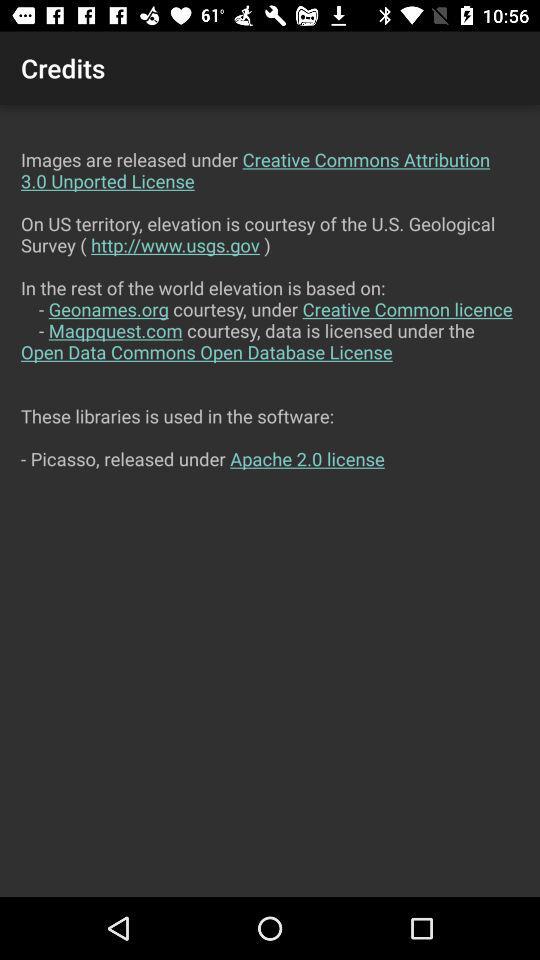 Image resolution: width=540 pixels, height=960 pixels. I want to click on images are released, so click(270, 500).